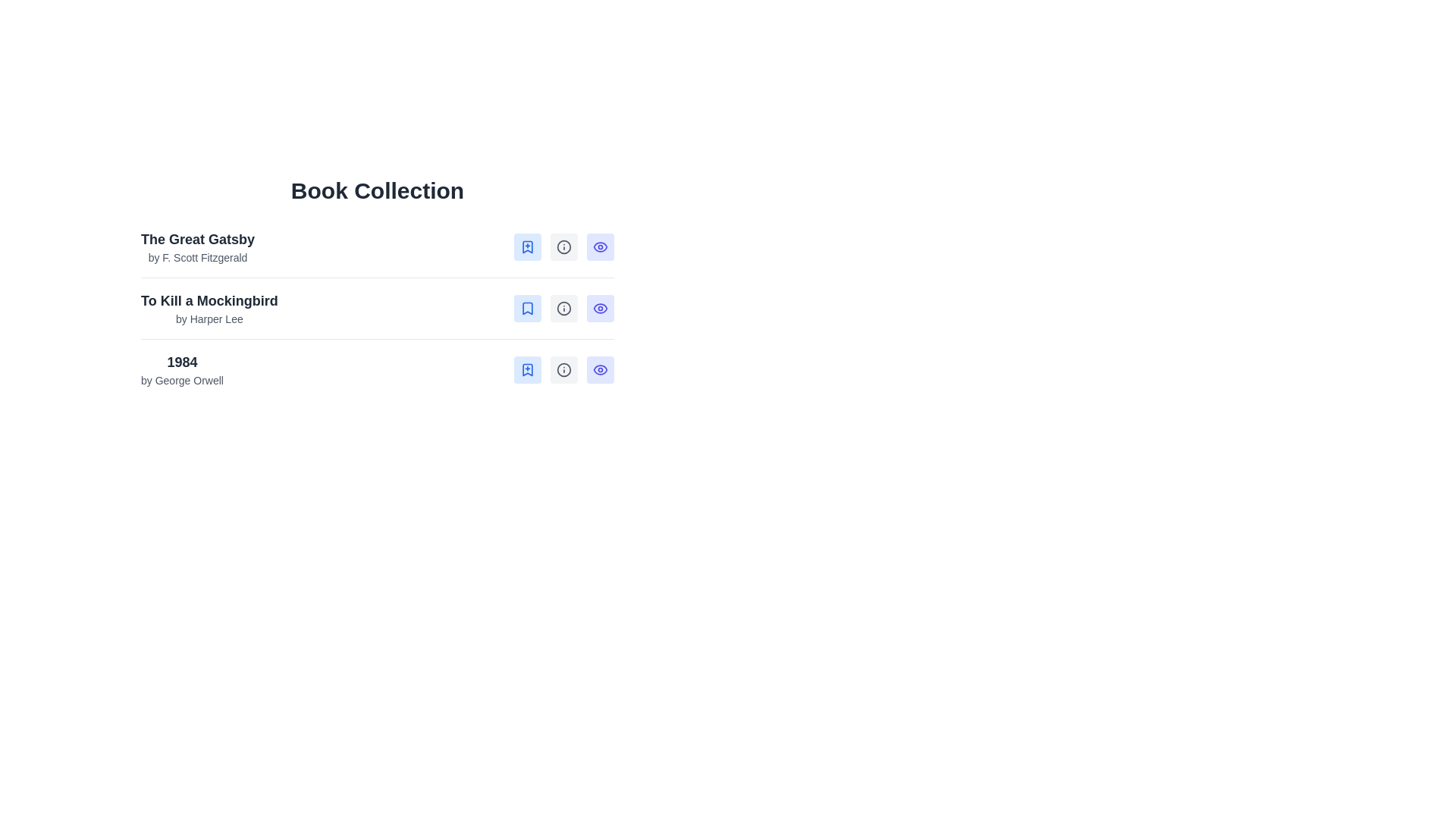  What do you see at coordinates (528, 246) in the screenshot?
I see `the bookmark-shaped icon with a blue outline located in the first row of the 'Book Collection' list next to 'The Great Gatsby by F. Scott Fitzgerald'` at bounding box center [528, 246].